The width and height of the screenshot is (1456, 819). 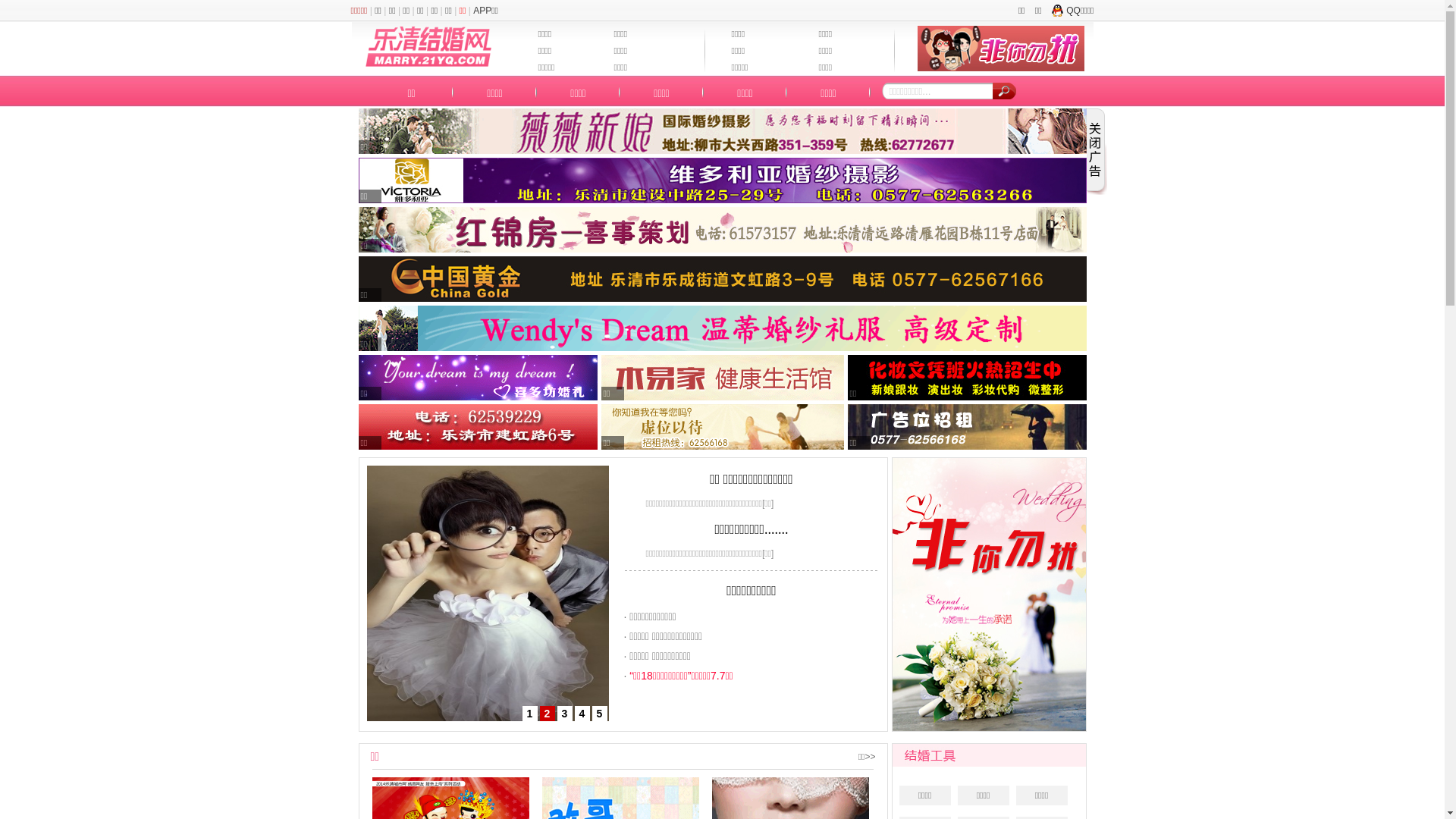 What do you see at coordinates (598, 714) in the screenshot?
I see `'5'` at bounding box center [598, 714].